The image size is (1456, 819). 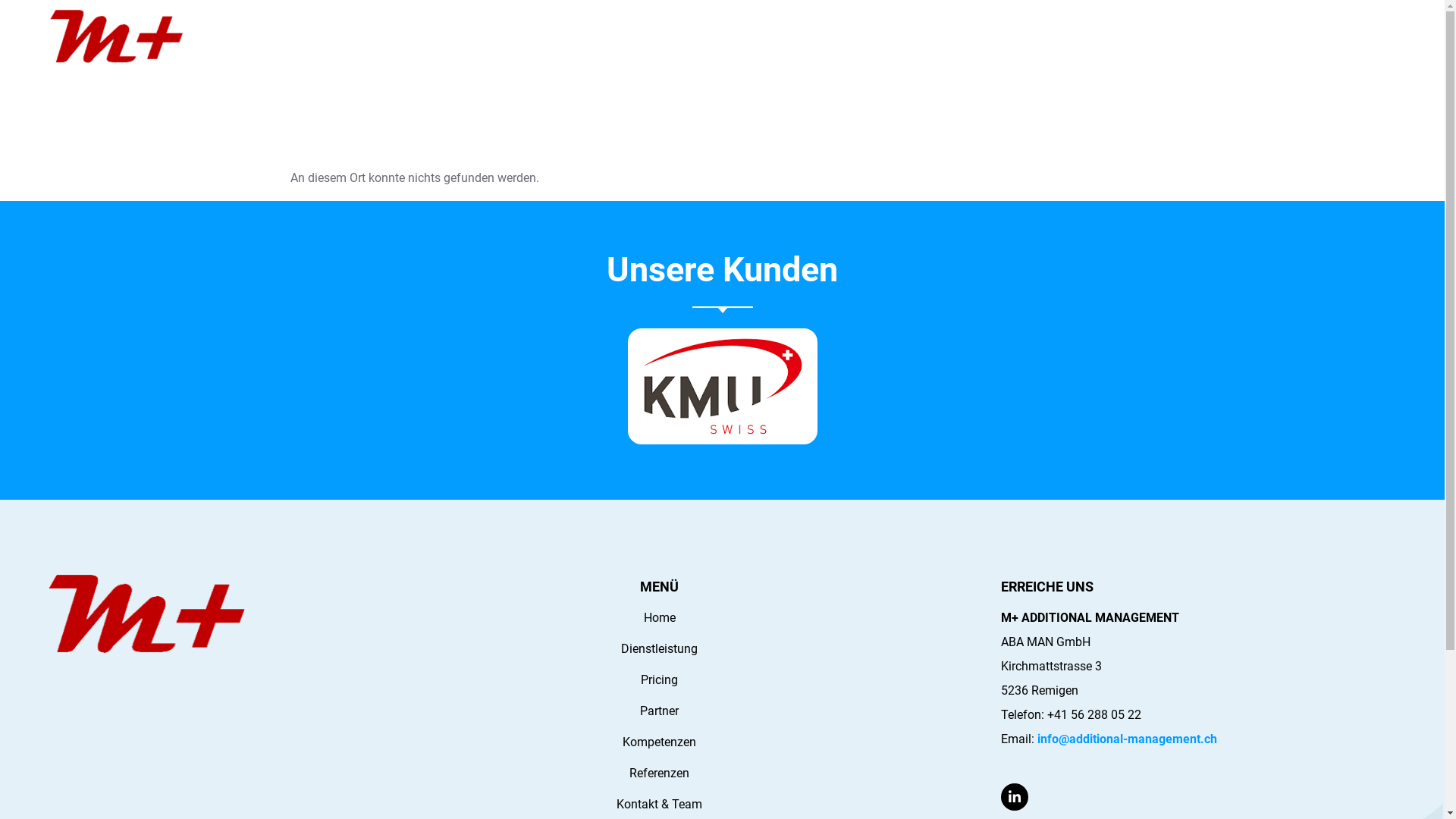 What do you see at coordinates (659, 711) in the screenshot?
I see `'Partner'` at bounding box center [659, 711].